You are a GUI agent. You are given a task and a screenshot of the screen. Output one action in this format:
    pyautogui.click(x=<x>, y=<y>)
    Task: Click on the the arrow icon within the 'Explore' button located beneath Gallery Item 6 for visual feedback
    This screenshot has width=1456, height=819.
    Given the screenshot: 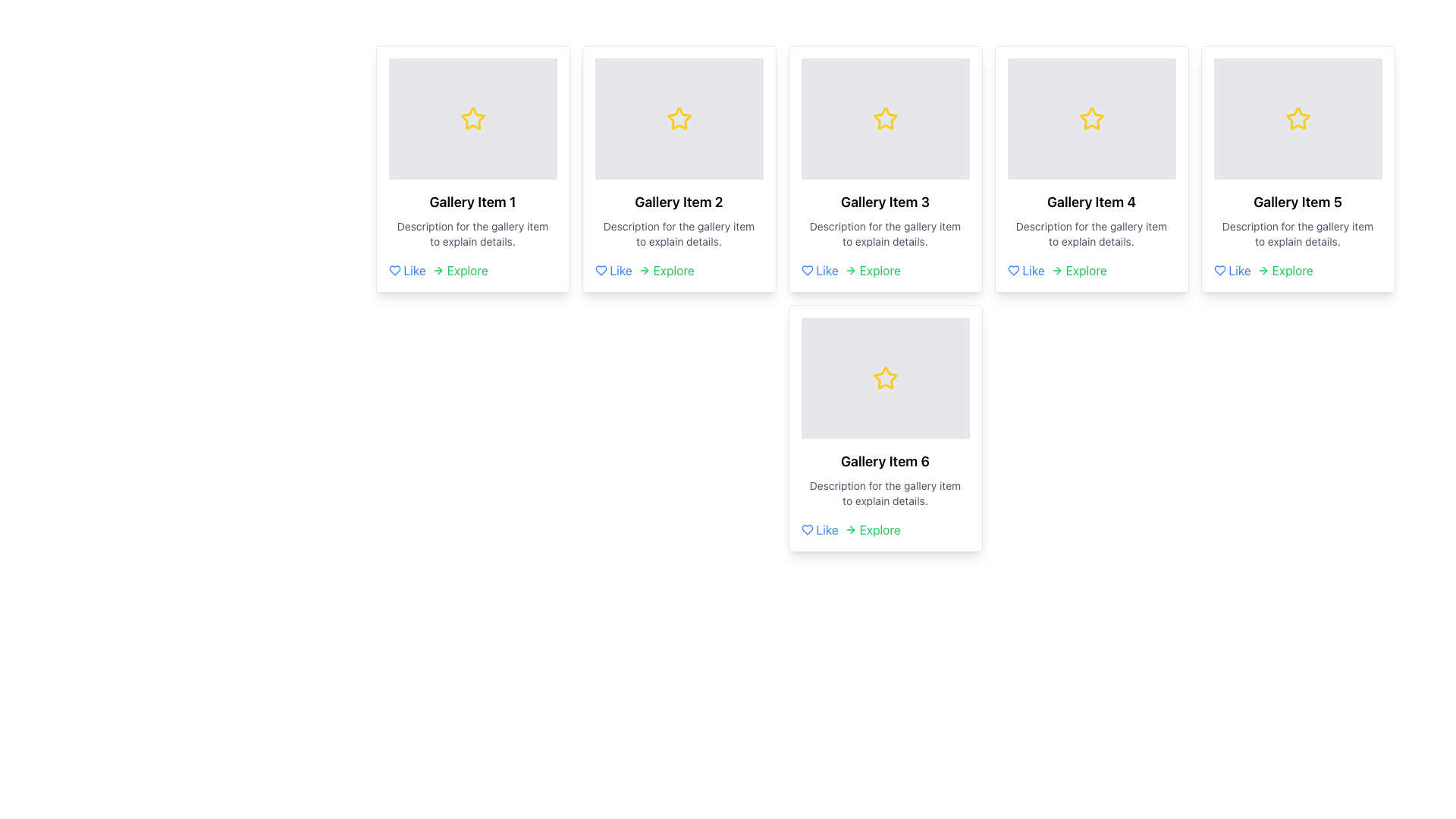 What is the action you would take?
    pyautogui.click(x=850, y=529)
    